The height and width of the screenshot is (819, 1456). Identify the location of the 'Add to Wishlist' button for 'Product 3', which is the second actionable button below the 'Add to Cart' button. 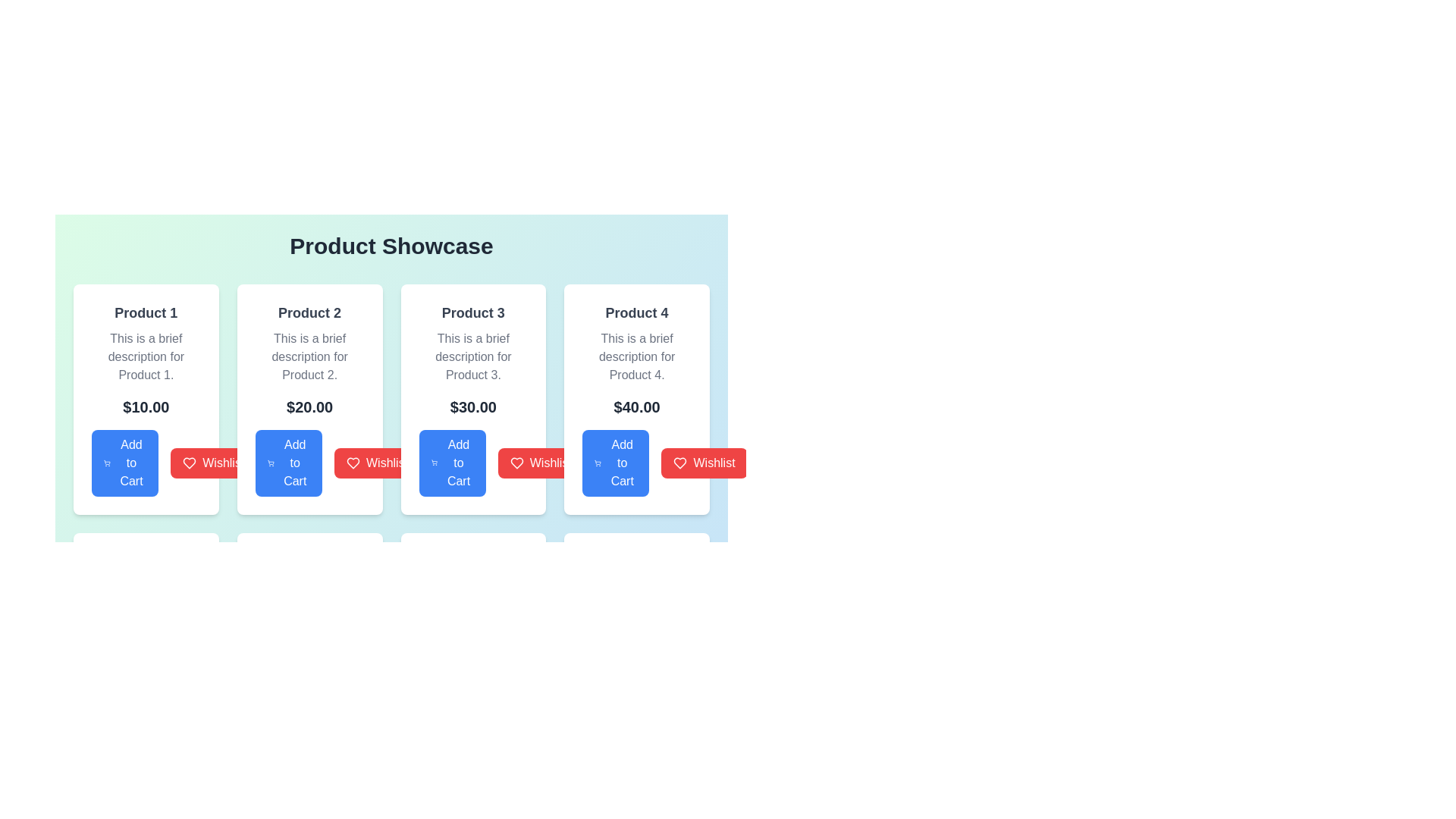
(377, 462).